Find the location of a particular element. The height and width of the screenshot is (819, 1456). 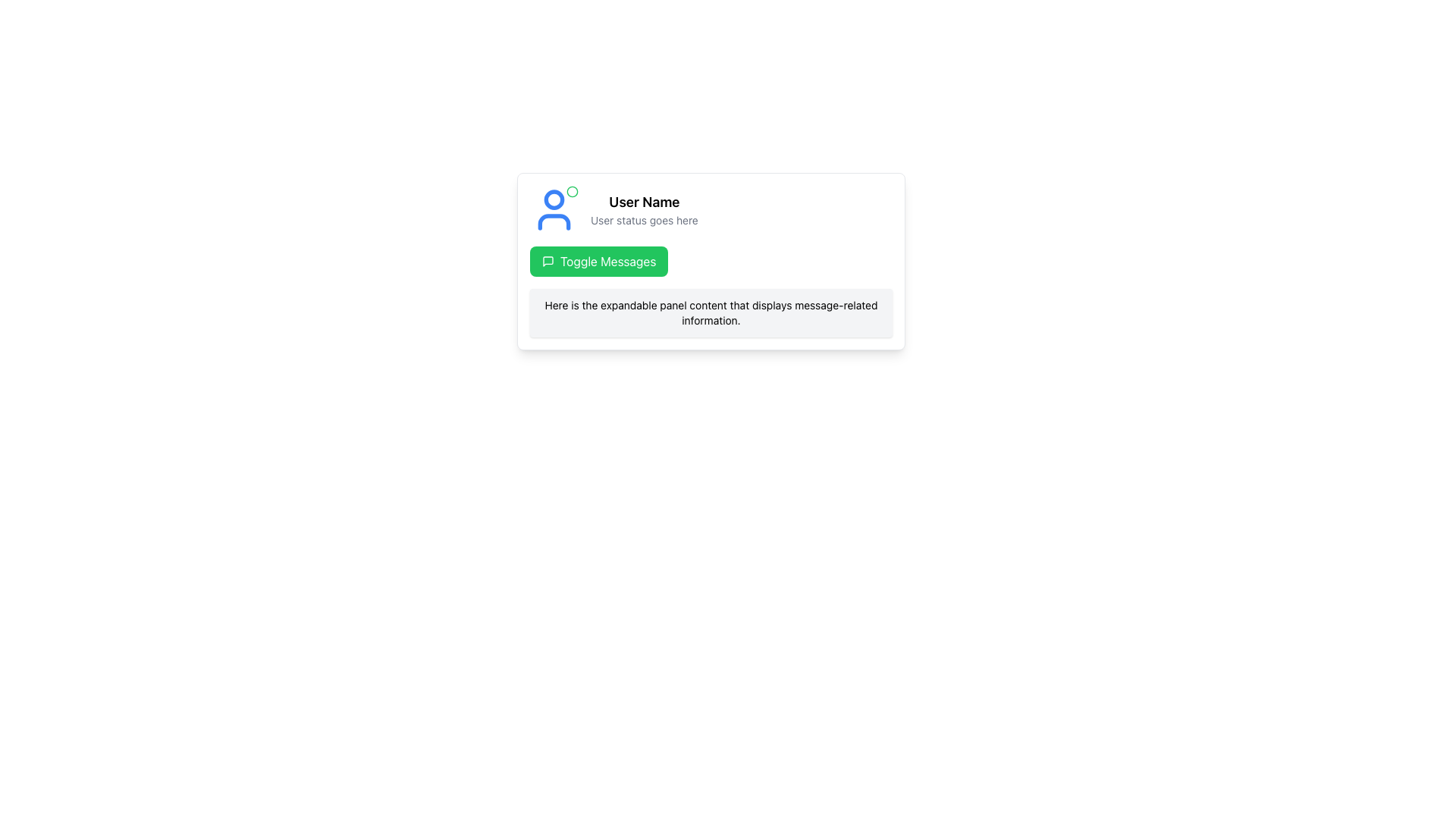

the SVG circle element in the top-right corner of the user profile card, which serves as a status indicator is located at coordinates (571, 190).